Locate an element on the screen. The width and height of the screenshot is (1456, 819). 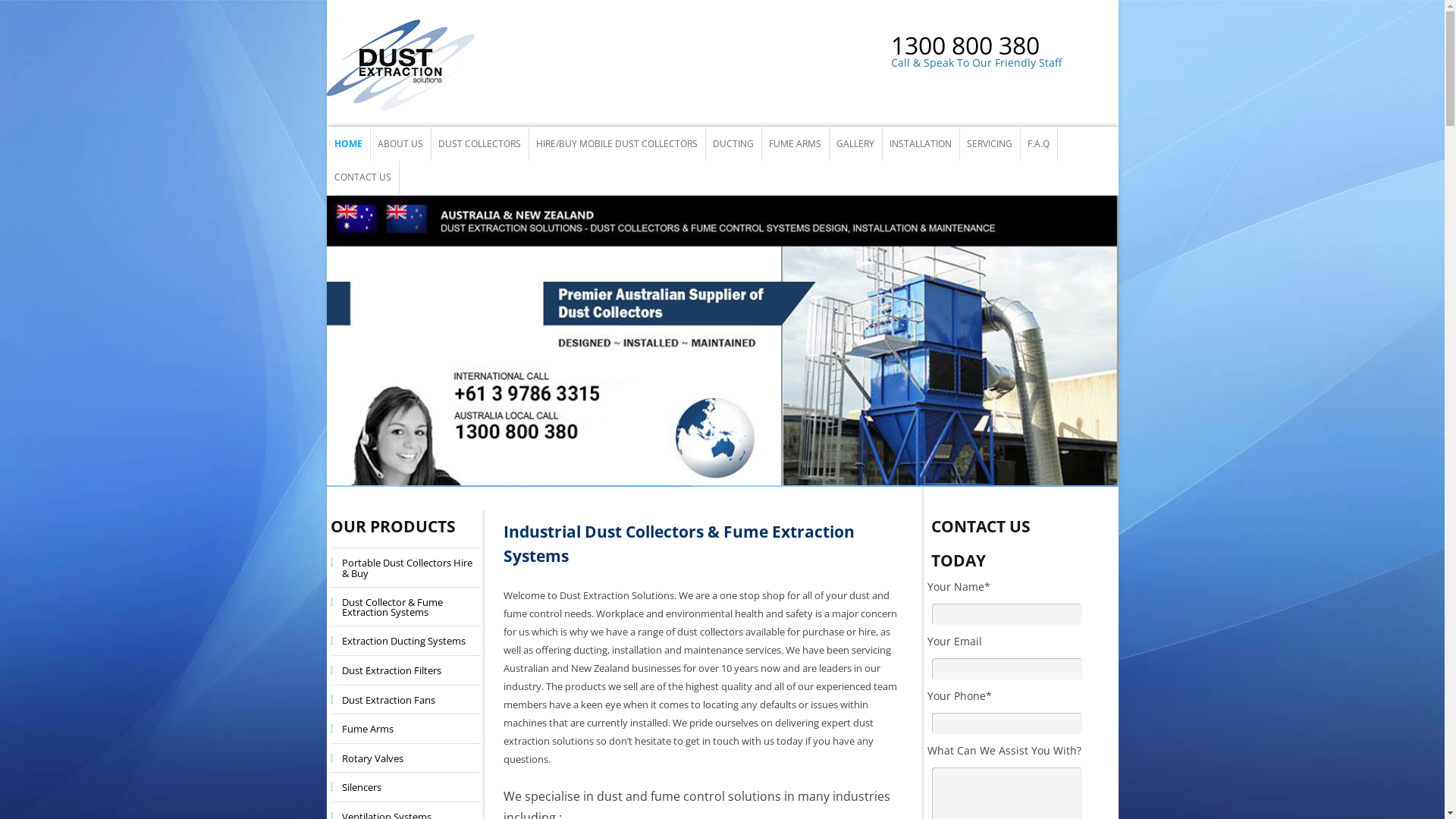
'Silencers' is located at coordinates (333, 786).